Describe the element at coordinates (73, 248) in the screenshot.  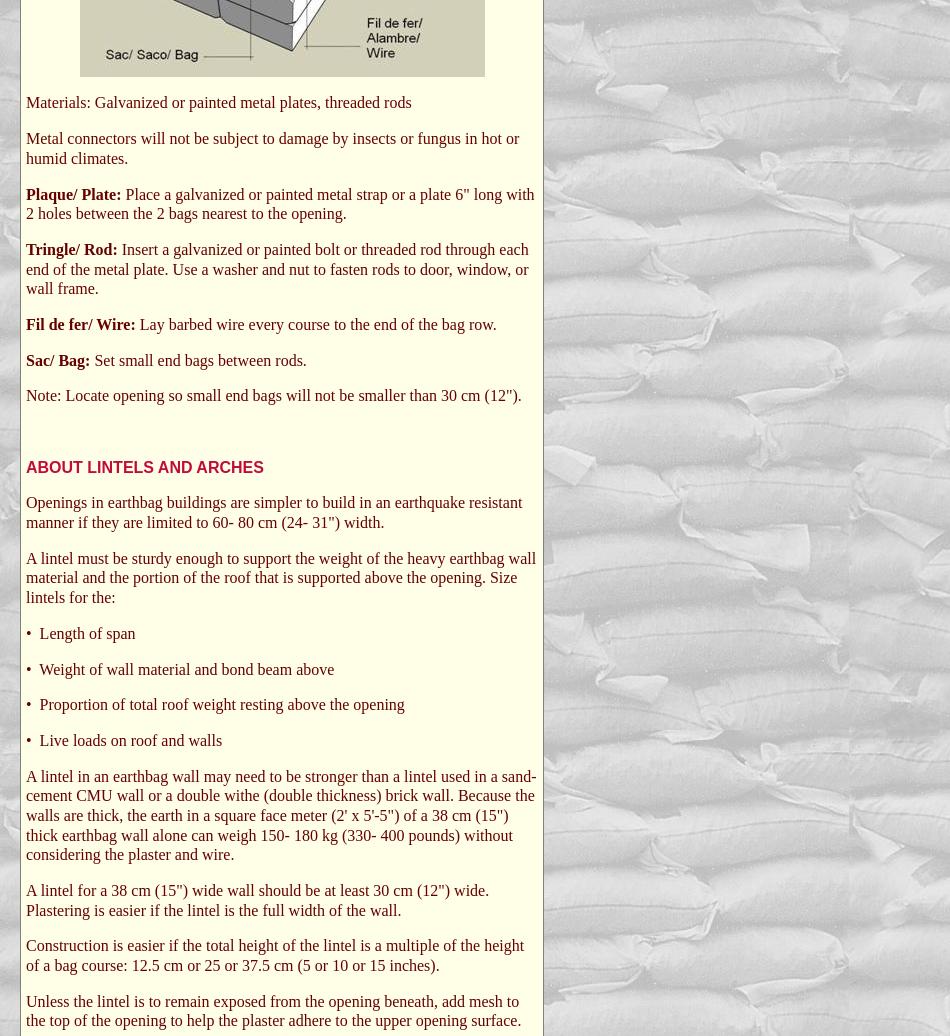
I see `'Tringle/ Rod:'` at that location.